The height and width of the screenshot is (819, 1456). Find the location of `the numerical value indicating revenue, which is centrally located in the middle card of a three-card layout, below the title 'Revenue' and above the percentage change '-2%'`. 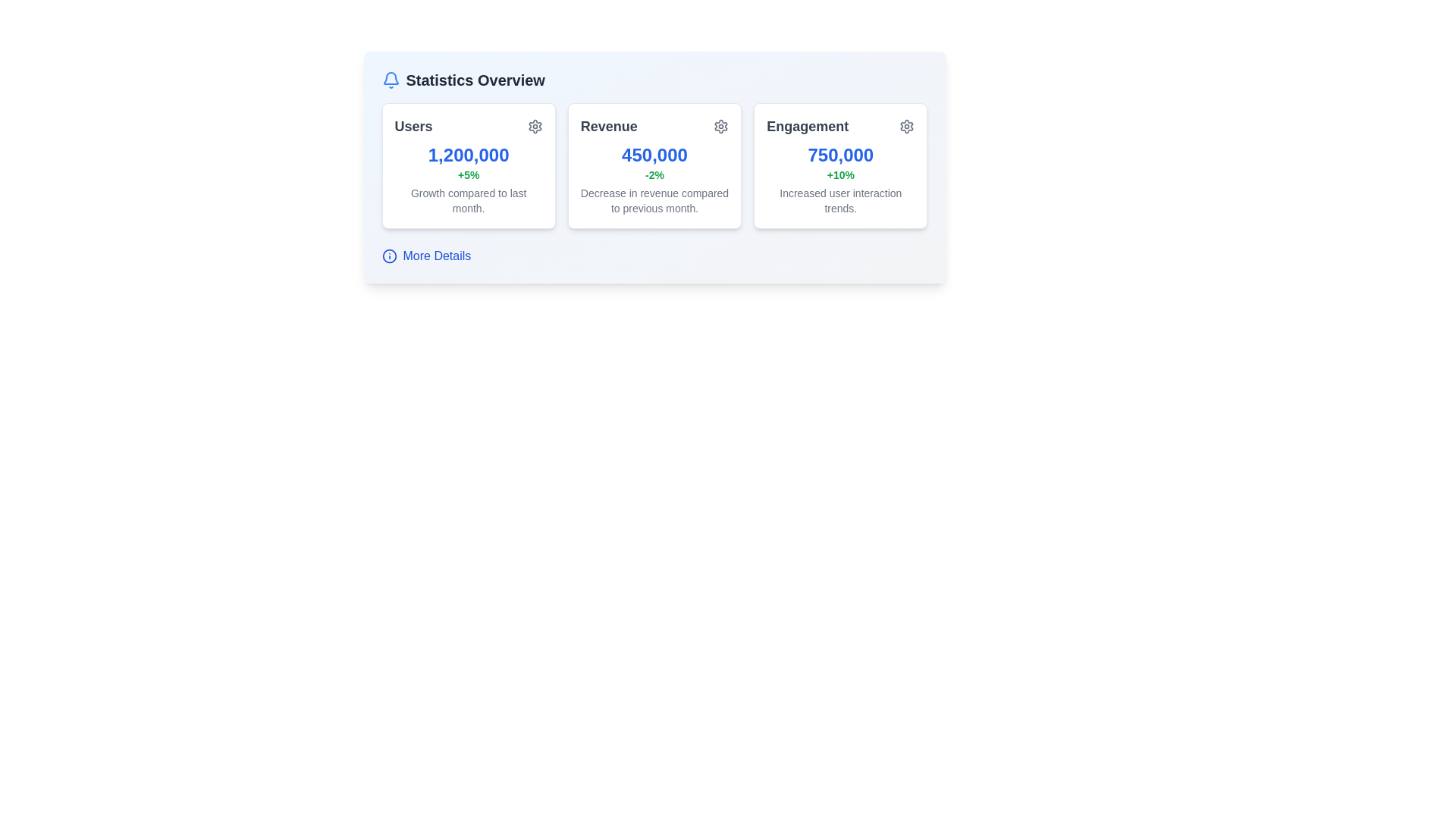

the numerical value indicating revenue, which is centrally located in the middle card of a three-card layout, below the title 'Revenue' and above the percentage change '-2%' is located at coordinates (654, 155).